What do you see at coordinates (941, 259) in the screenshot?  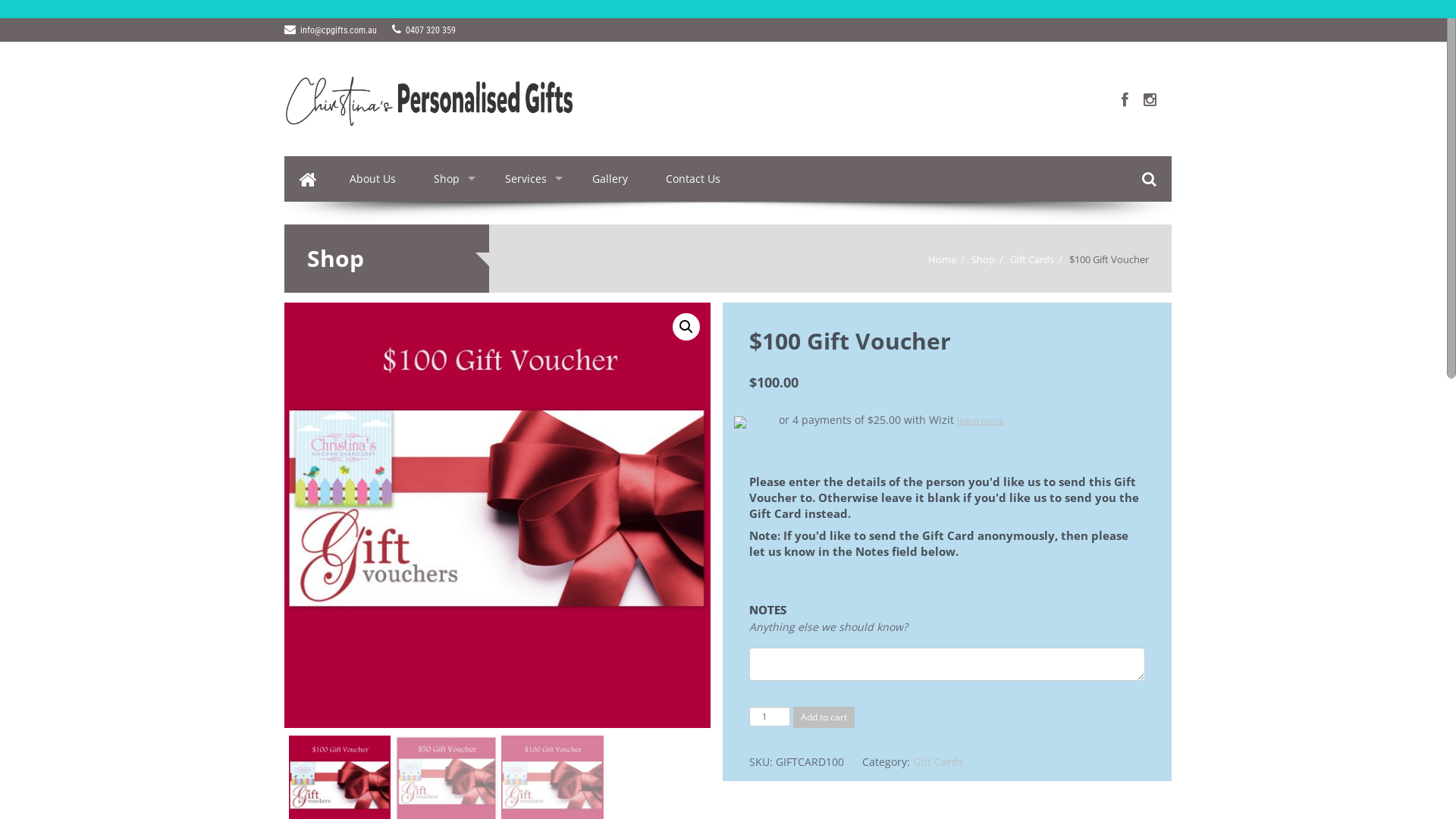 I see `'Home'` at bounding box center [941, 259].